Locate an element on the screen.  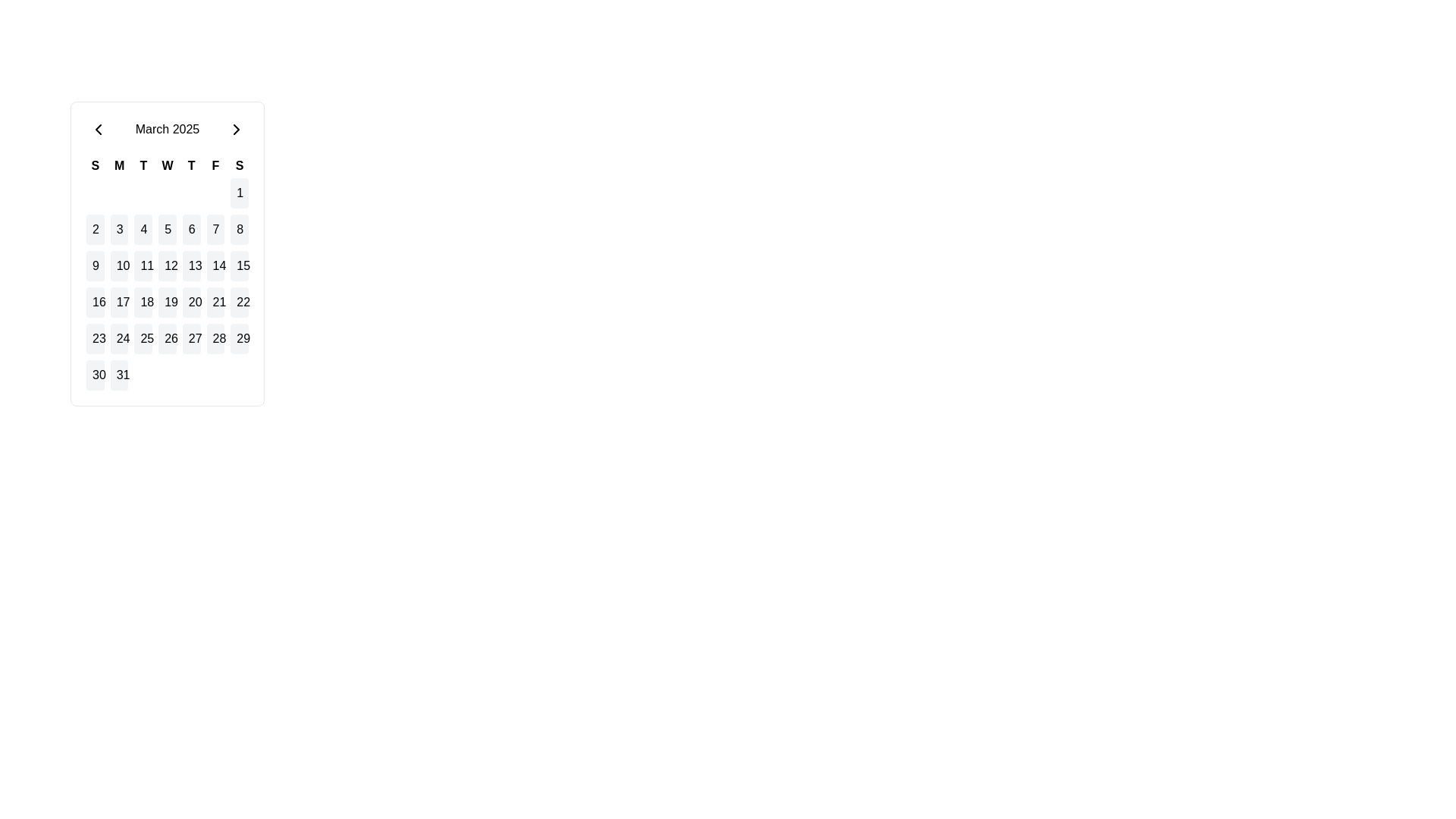
the left arrow icon button located to the left of the month display ('March 2025') in the calendar interface is located at coordinates (97, 128).